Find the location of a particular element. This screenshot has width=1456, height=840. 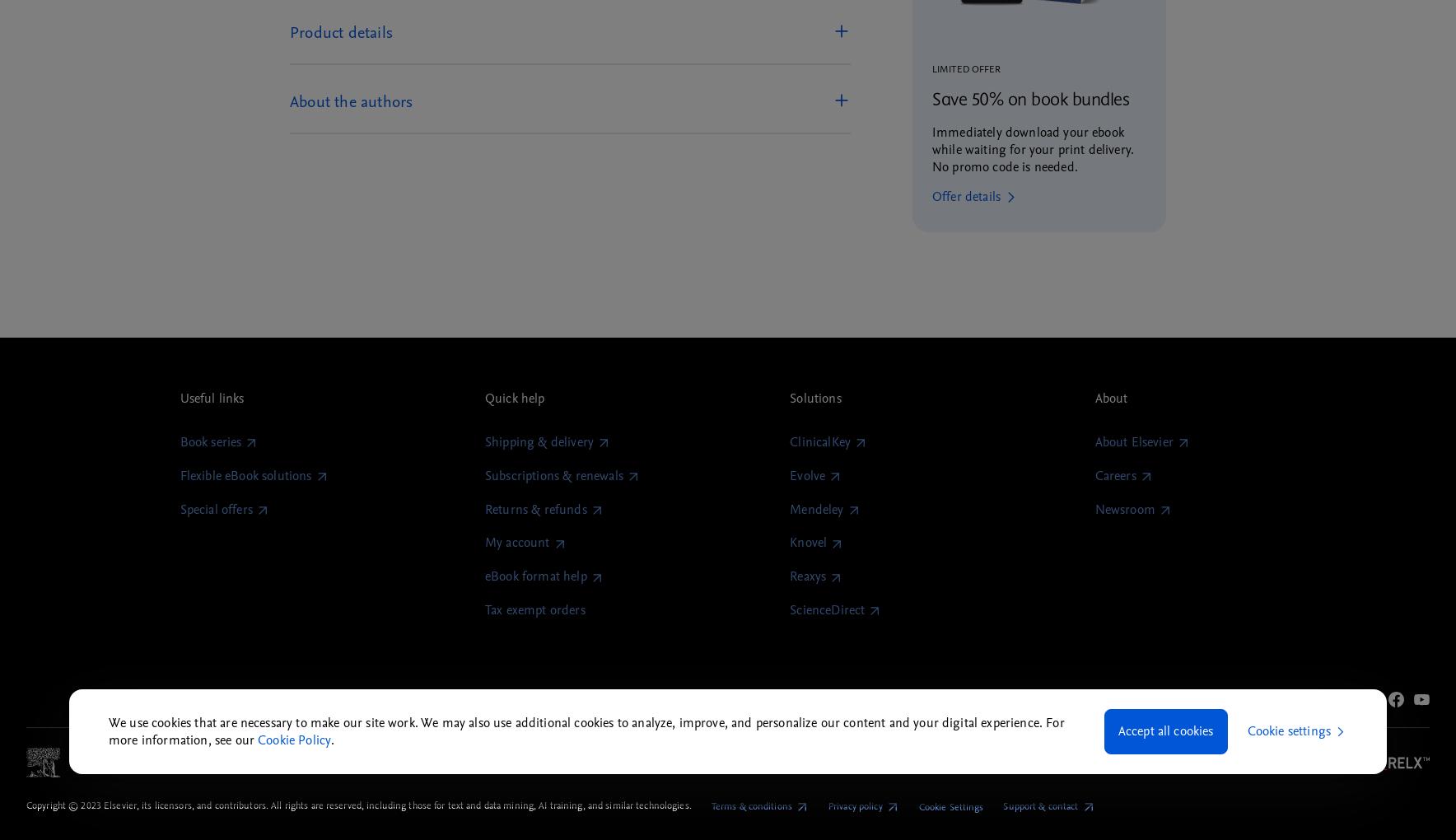

'My account' is located at coordinates (516, 543).